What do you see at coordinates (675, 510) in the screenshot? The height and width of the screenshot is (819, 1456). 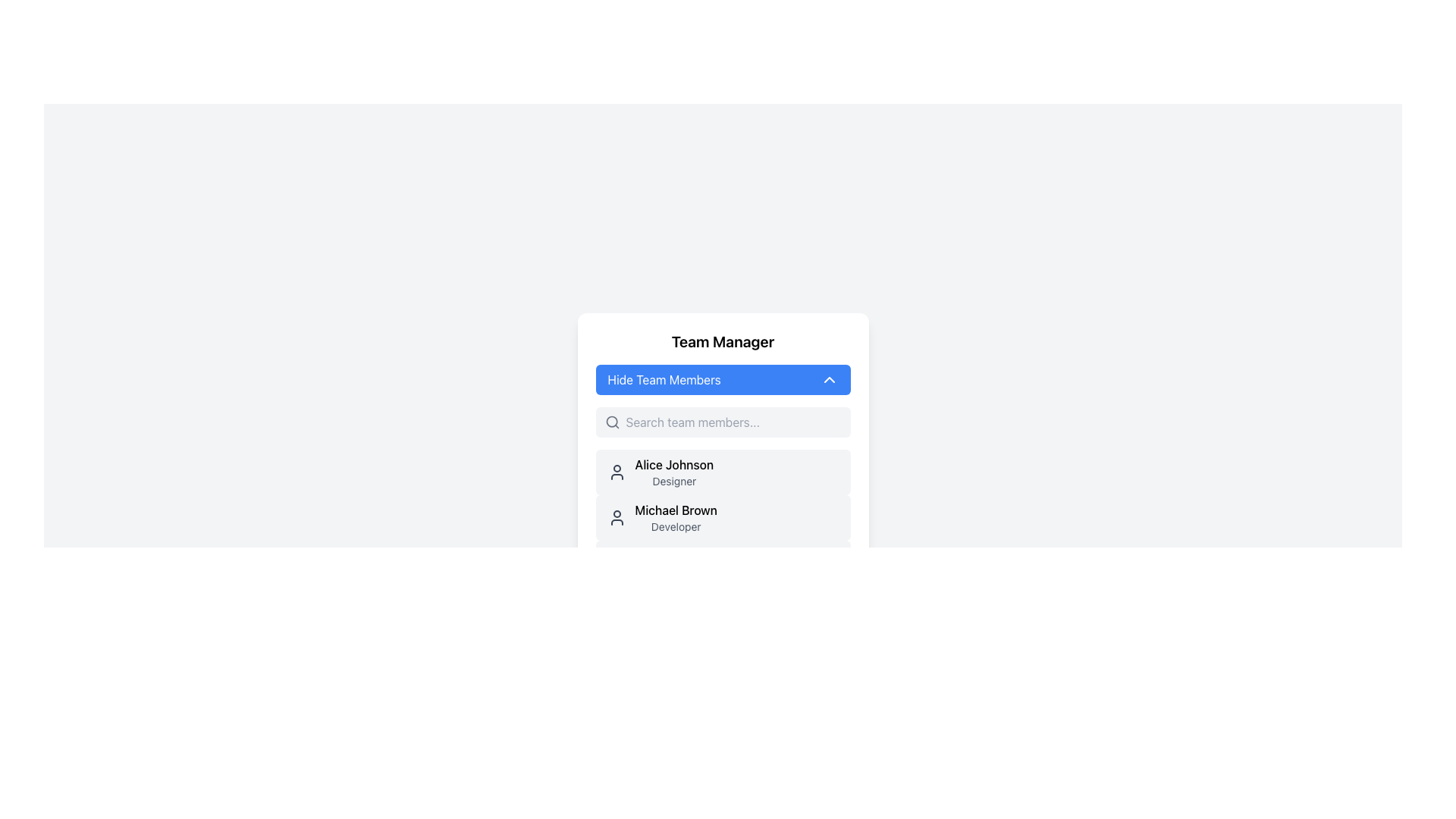 I see `the text label displaying 'Michael Brown', which is a bold, sans-serif font positioned above 'Developer' in a vertical list below 'Team Manager'` at bounding box center [675, 510].